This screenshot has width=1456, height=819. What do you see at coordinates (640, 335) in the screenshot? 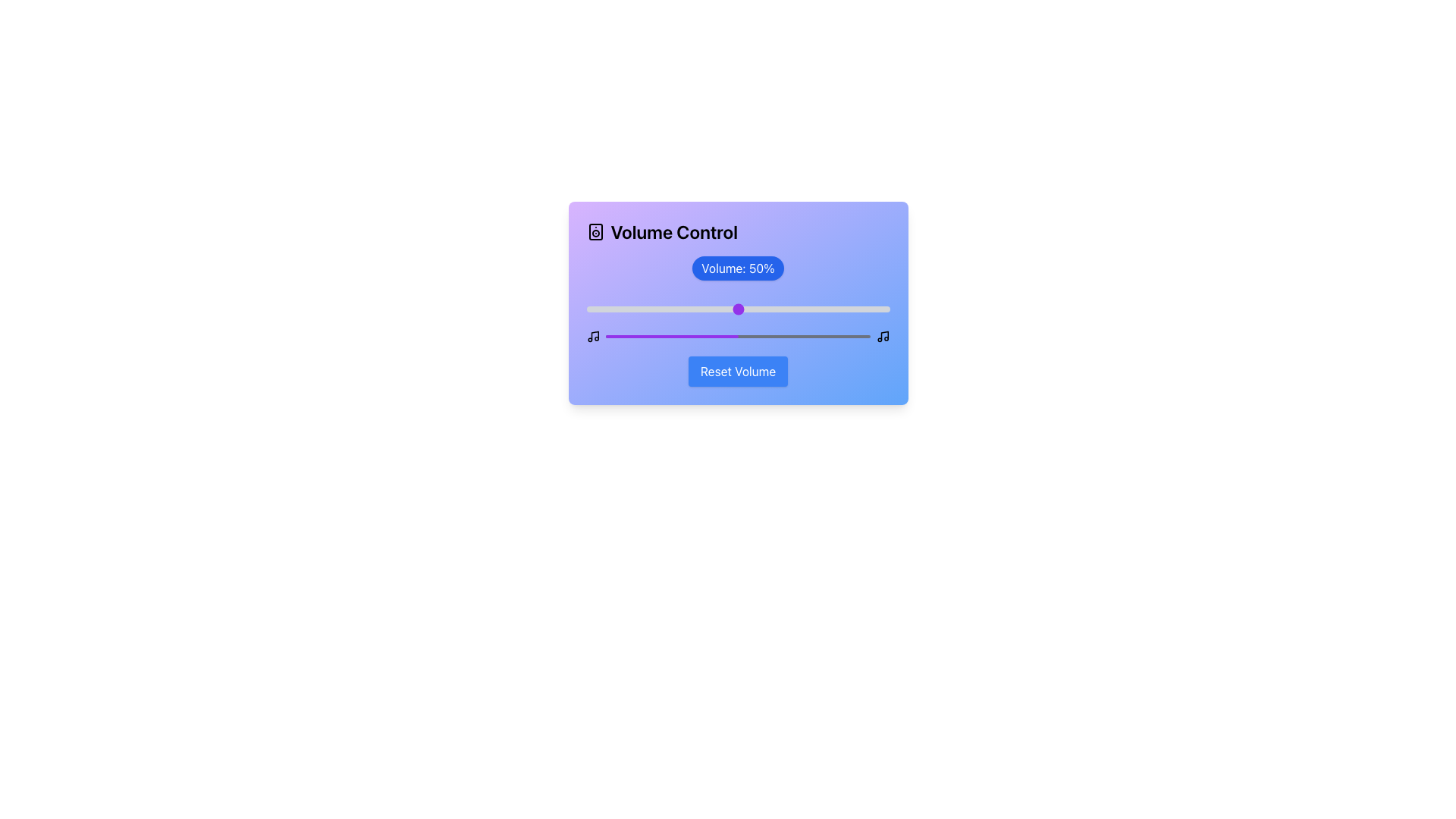
I see `the volume` at bounding box center [640, 335].